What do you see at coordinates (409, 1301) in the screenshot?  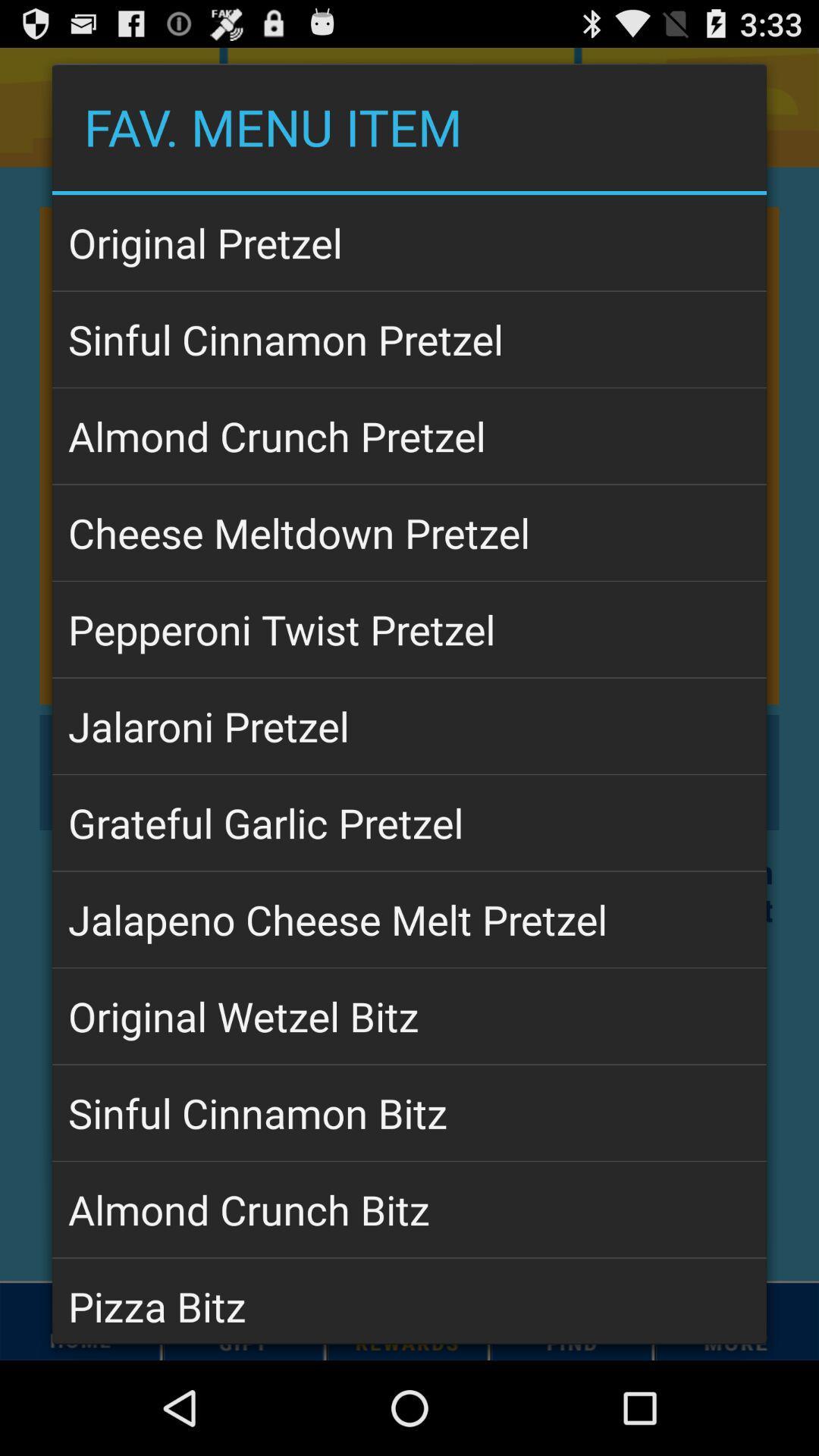 I see `pizza bitz app` at bounding box center [409, 1301].